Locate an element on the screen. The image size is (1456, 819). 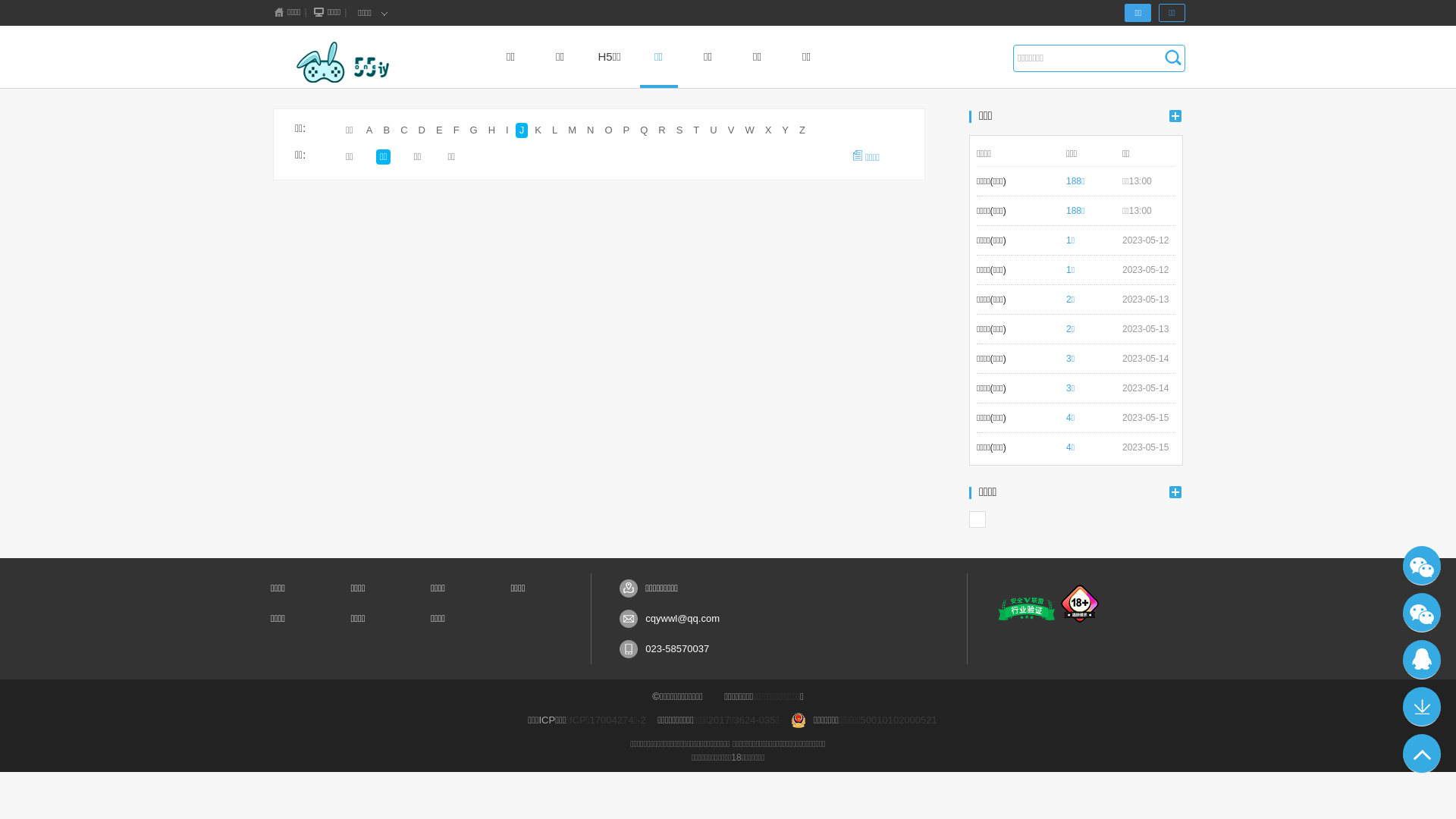
'T' is located at coordinates (695, 130).